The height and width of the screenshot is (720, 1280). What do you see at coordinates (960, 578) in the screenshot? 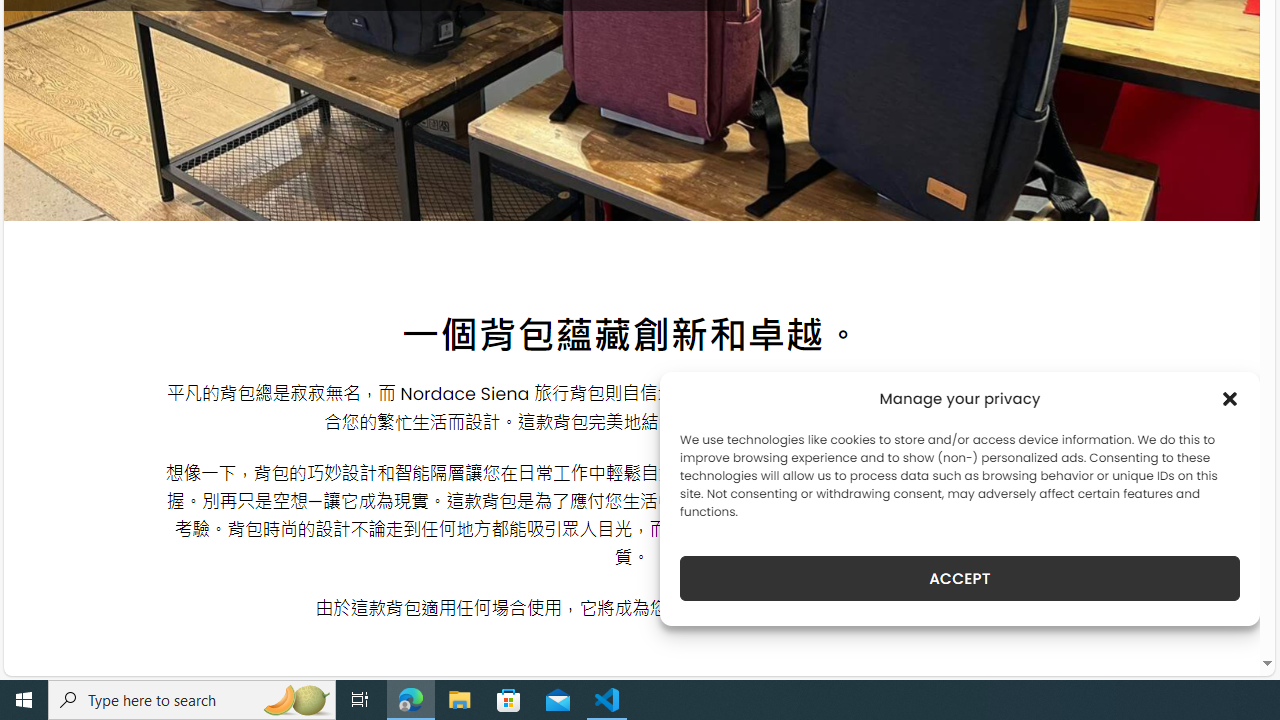
I see `'ACCEPT'` at bounding box center [960, 578].